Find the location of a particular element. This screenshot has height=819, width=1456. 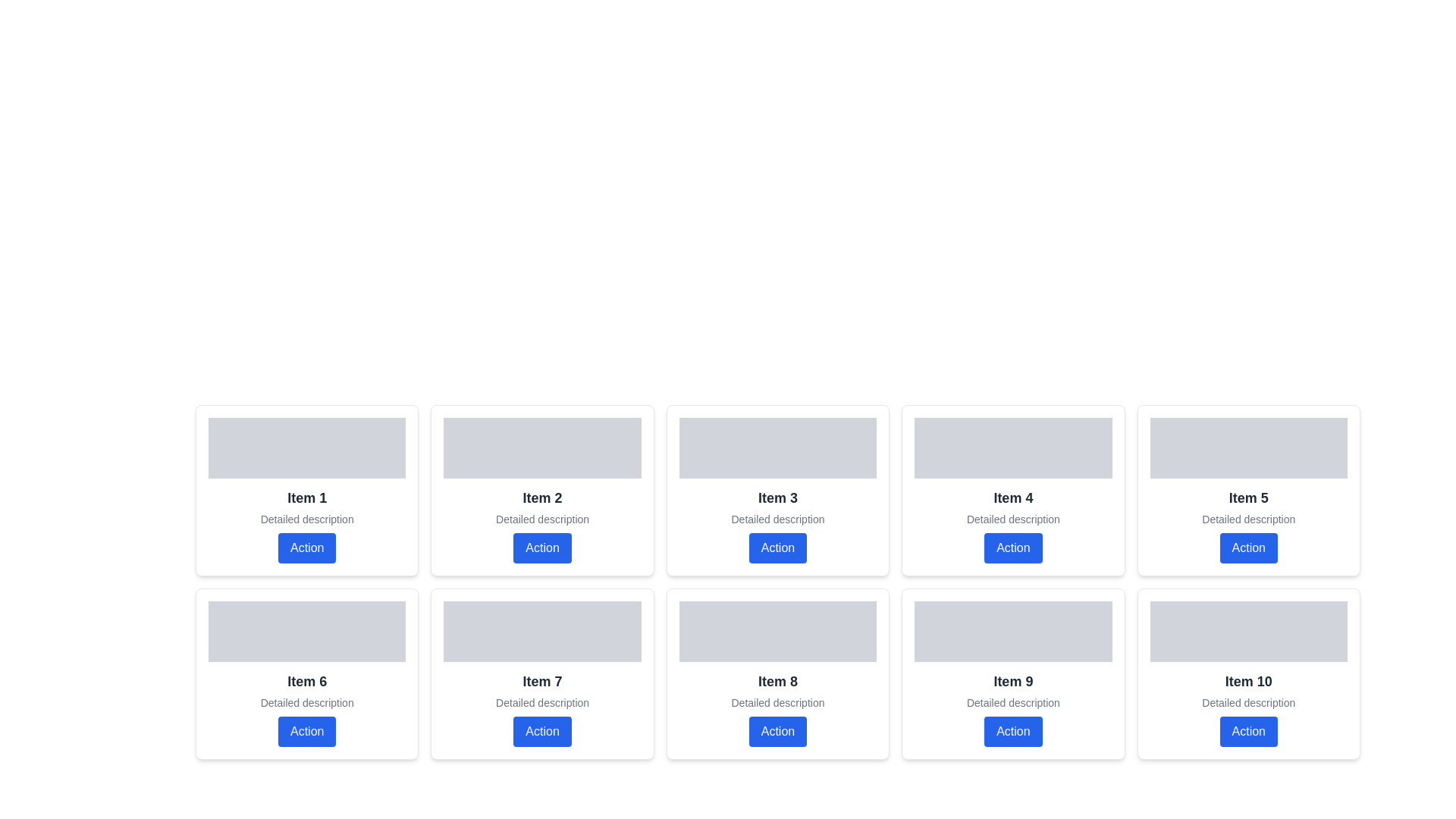

descriptive content of the fifth card in the grid layout, which contains bold text labeled 'Item 5' and a detailed description underneath is located at coordinates (1248, 491).